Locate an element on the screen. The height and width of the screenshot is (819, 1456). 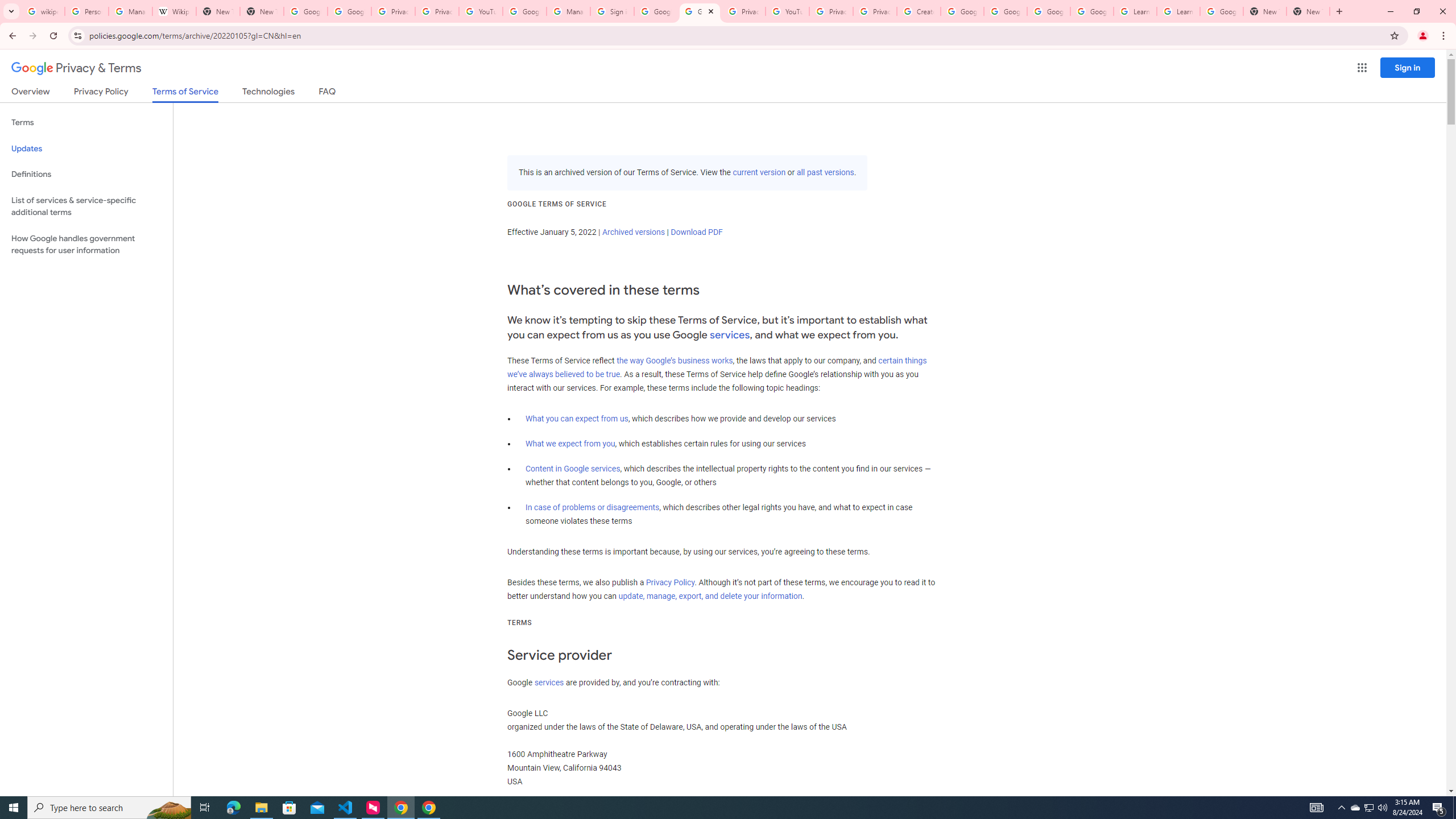
'Google Account' is located at coordinates (1221, 11).